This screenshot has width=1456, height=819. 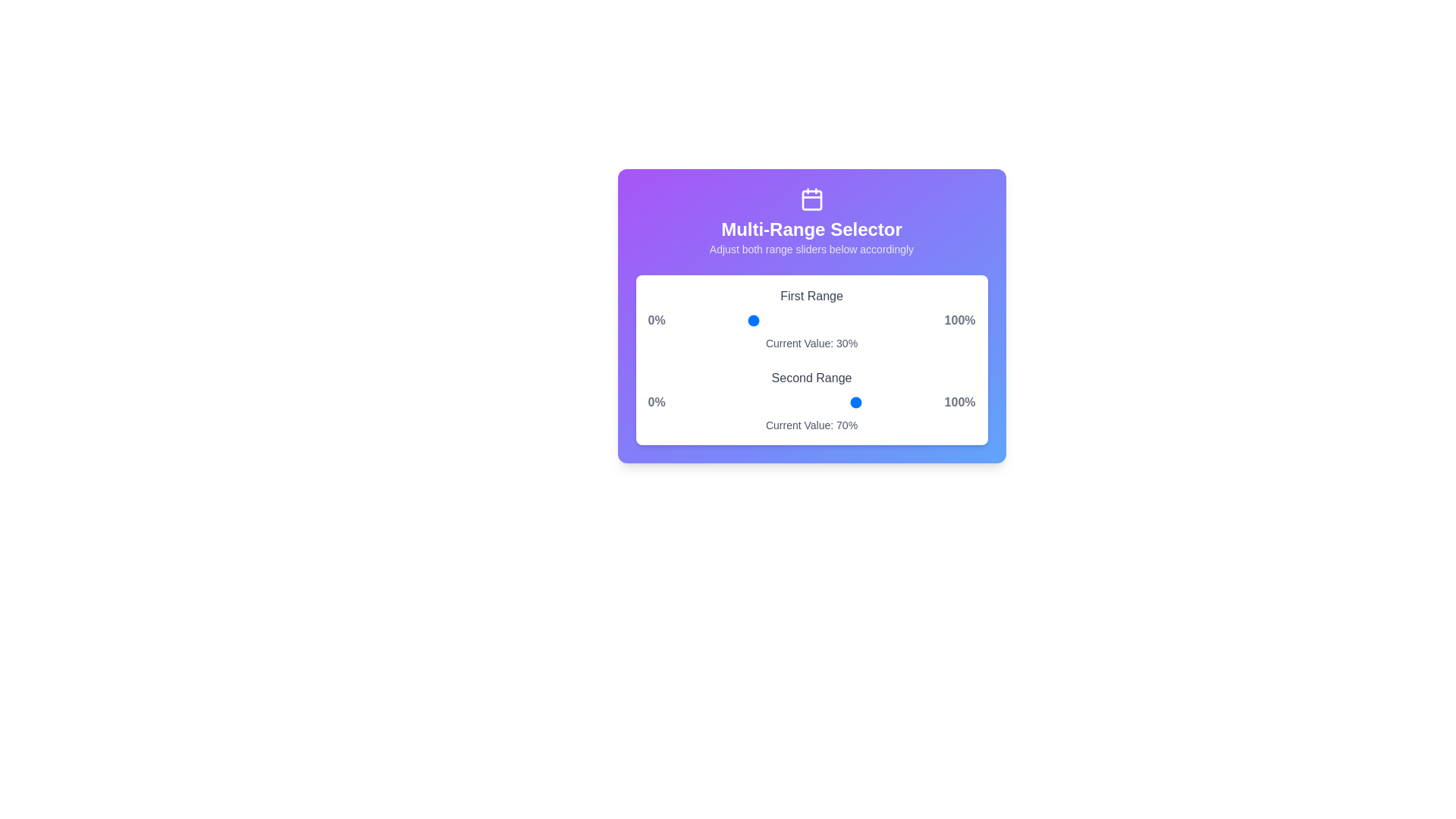 I want to click on the prominently styled header text 'Multi-Range Selector' for potential context menu or copy action, so click(x=811, y=230).